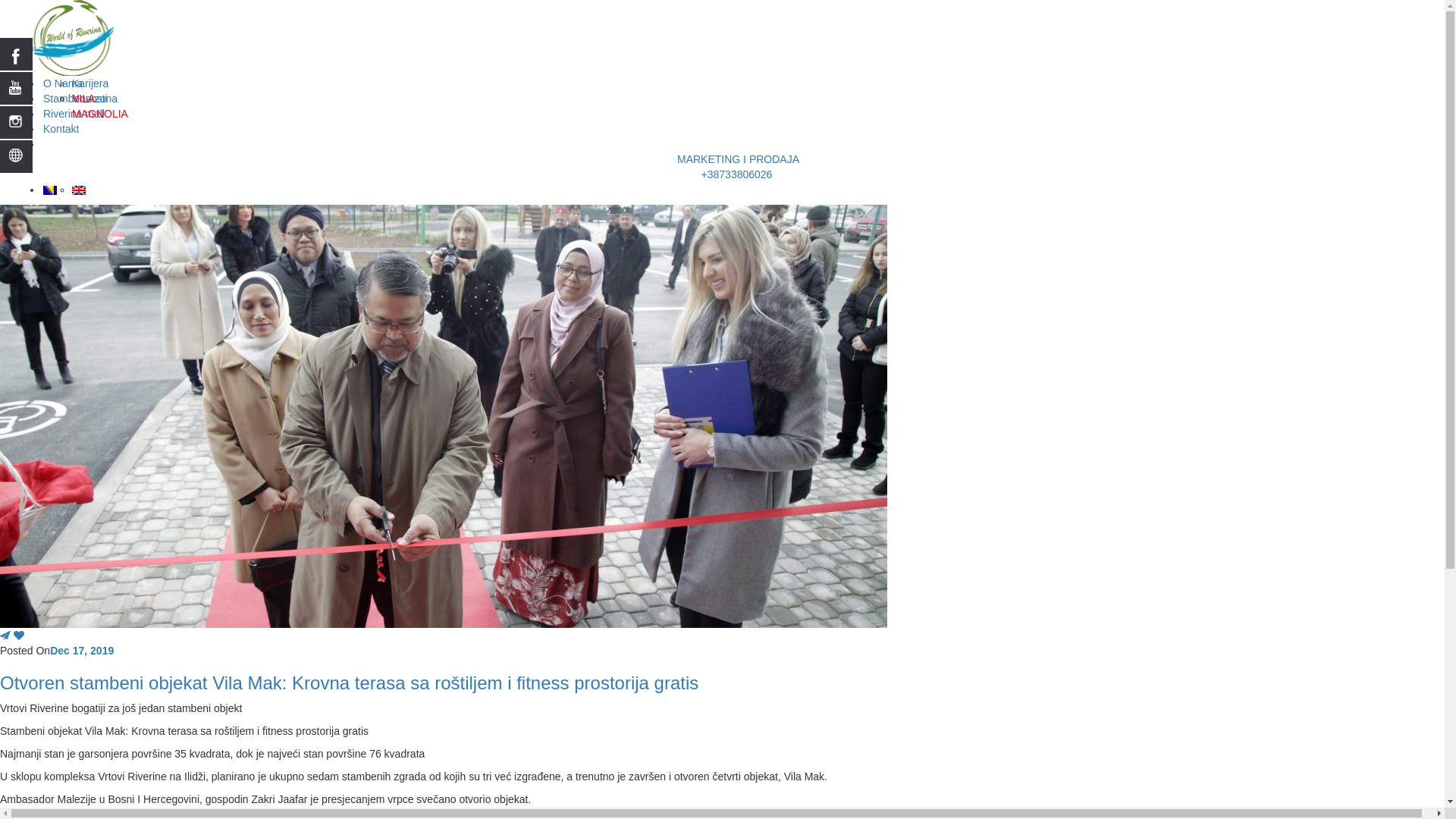  What do you see at coordinates (61, 83) in the screenshot?
I see `'O Nama'` at bounding box center [61, 83].